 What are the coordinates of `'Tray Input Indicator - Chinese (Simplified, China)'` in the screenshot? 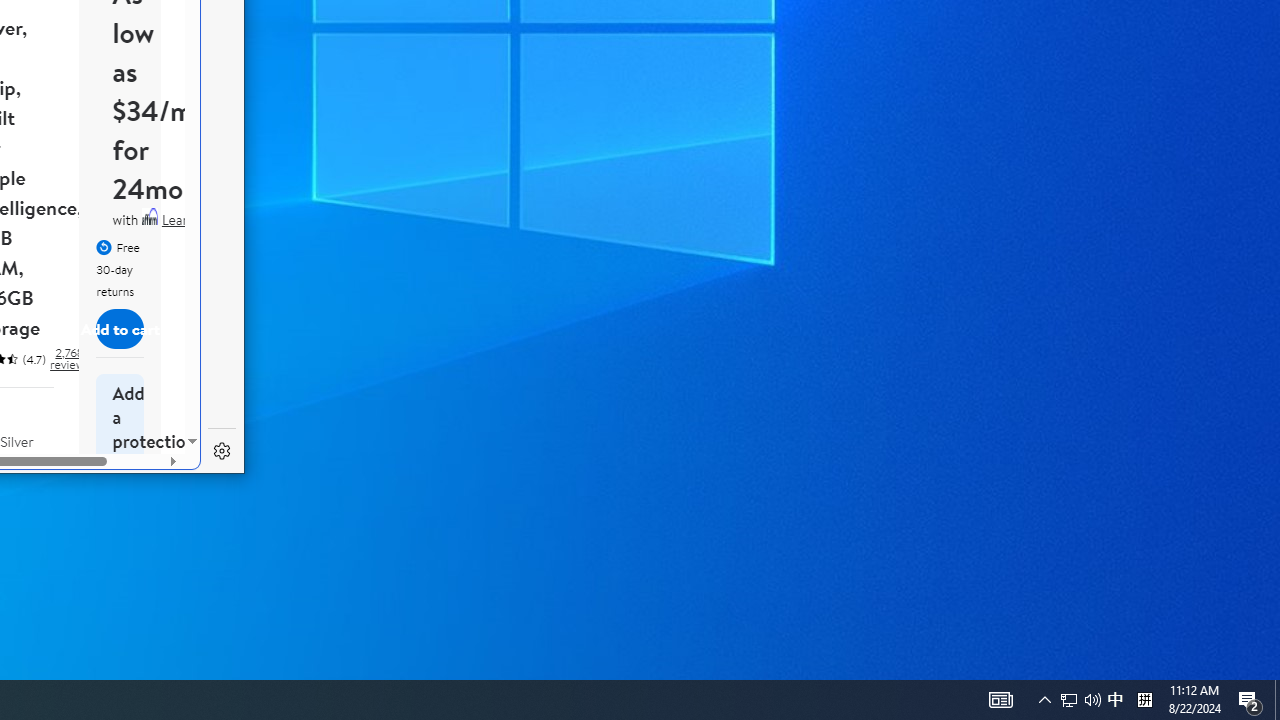 It's located at (1079, 698).